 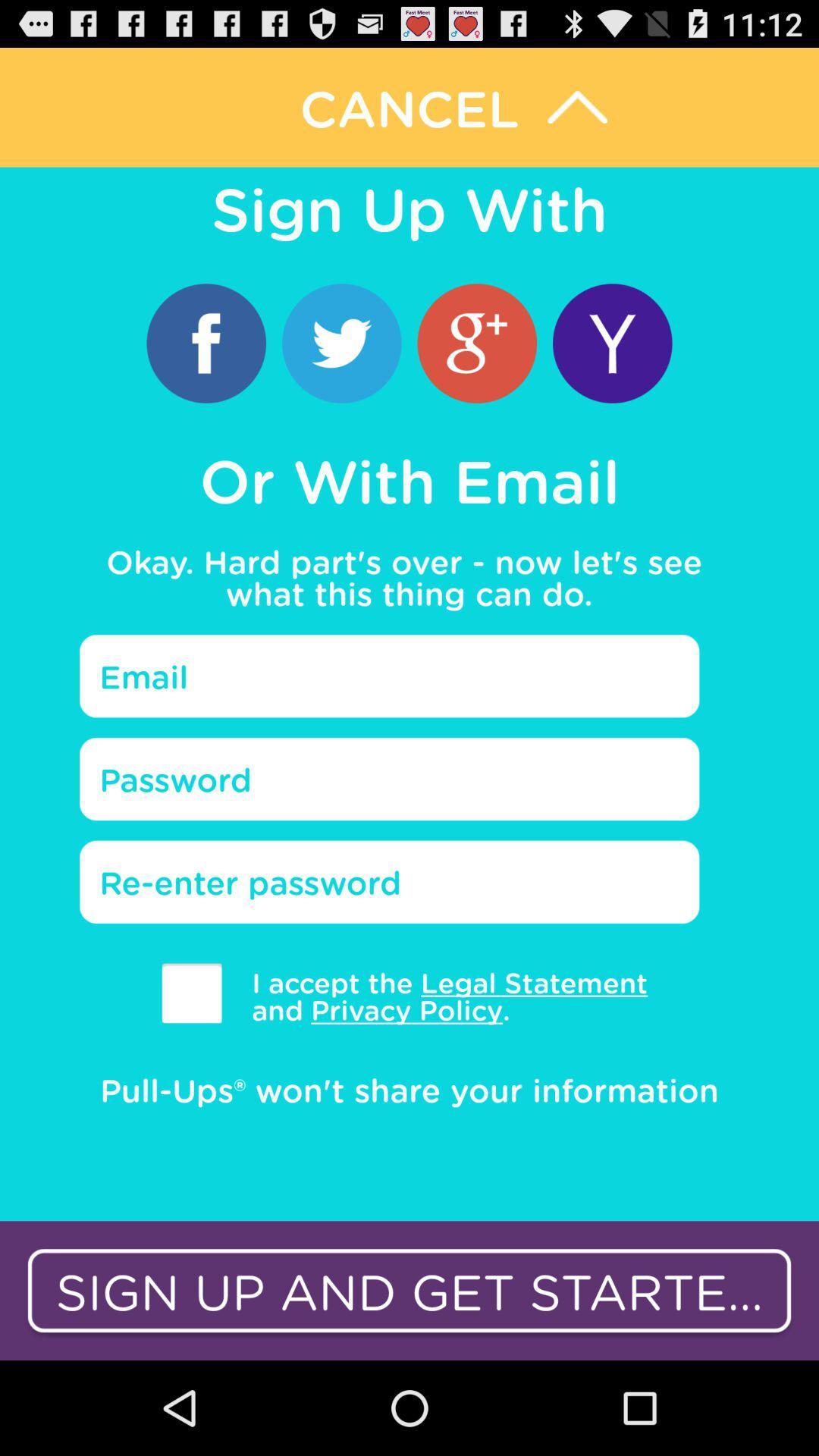 I want to click on password, so click(x=388, y=779).